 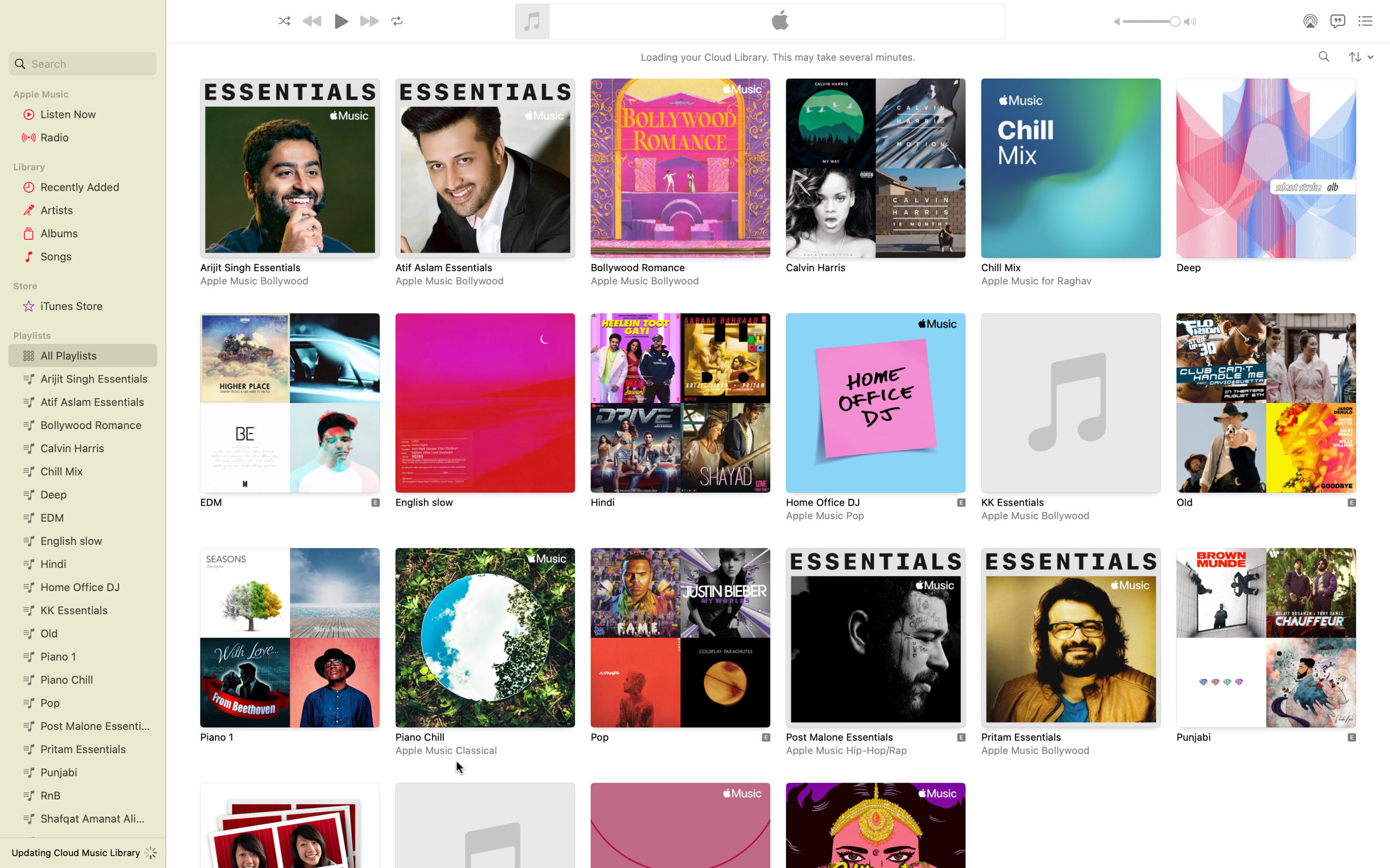 I want to click on Review the songs played recently, so click(x=80, y=187).